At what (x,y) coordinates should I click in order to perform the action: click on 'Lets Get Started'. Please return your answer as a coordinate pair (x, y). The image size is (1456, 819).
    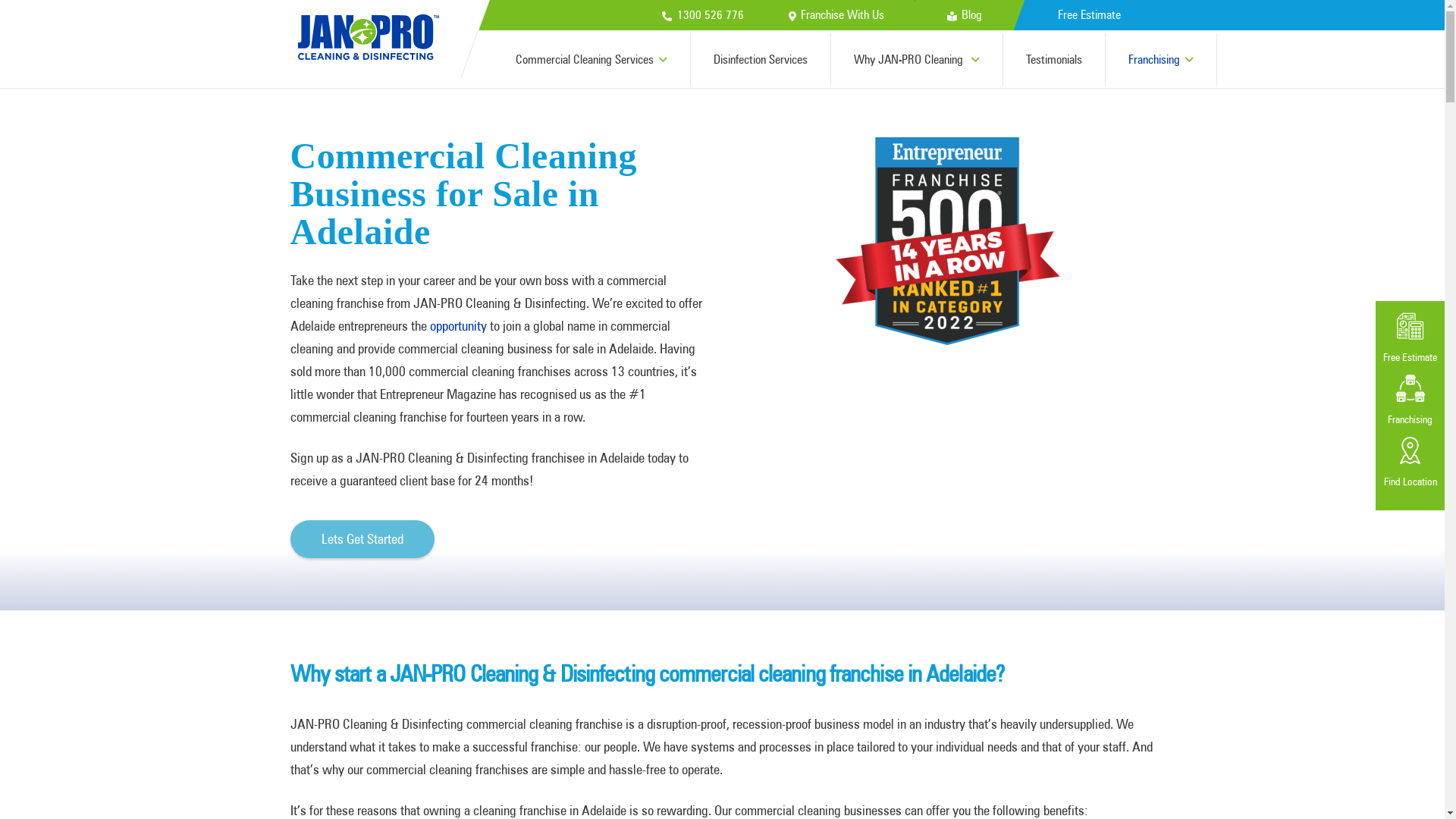
    Looking at the image, I should click on (290, 538).